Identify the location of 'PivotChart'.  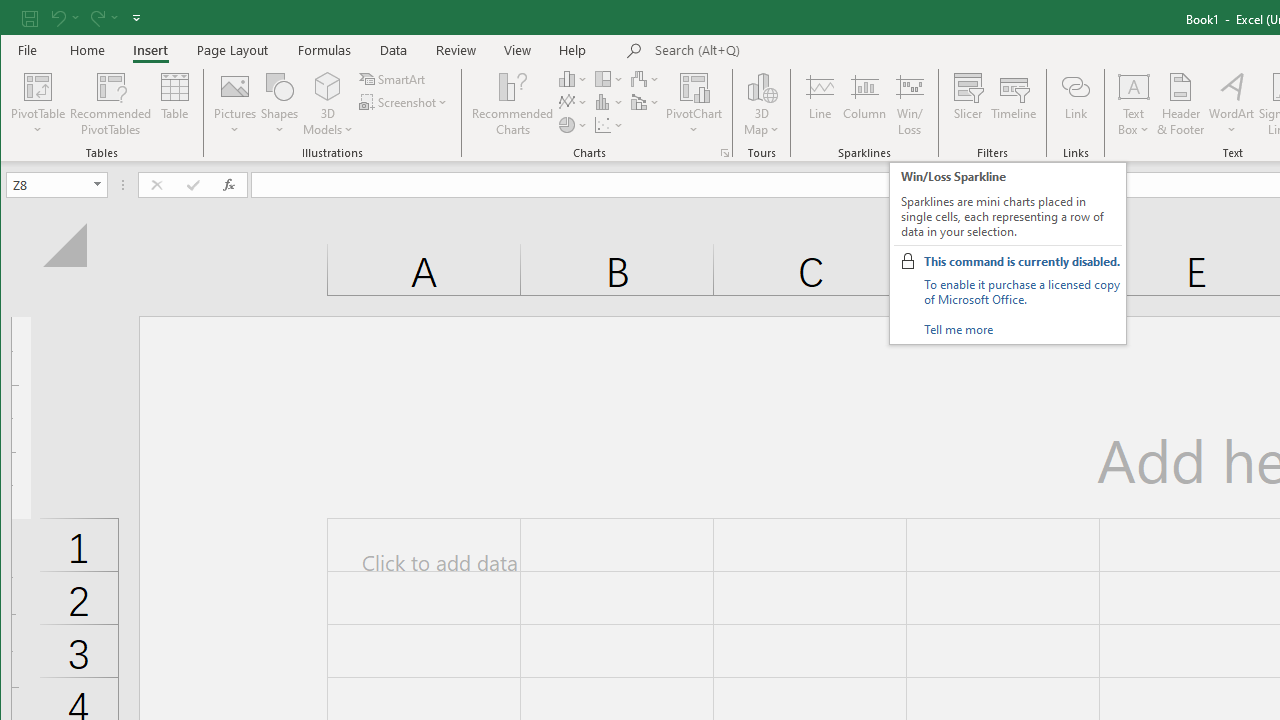
(694, 104).